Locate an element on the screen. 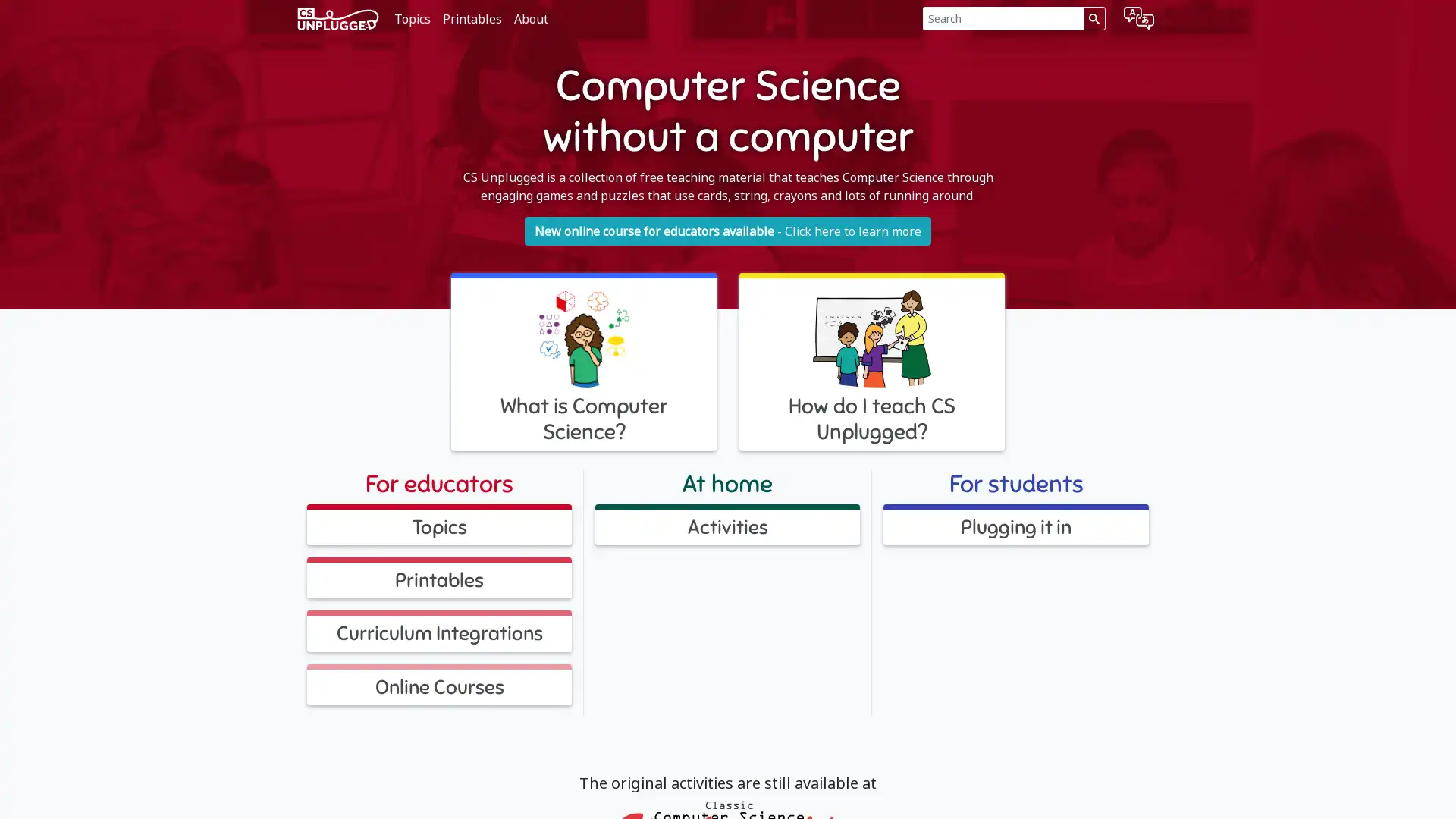 This screenshot has width=1456, height=819. New online course for educators available - Click here to learn more is located at coordinates (728, 231).